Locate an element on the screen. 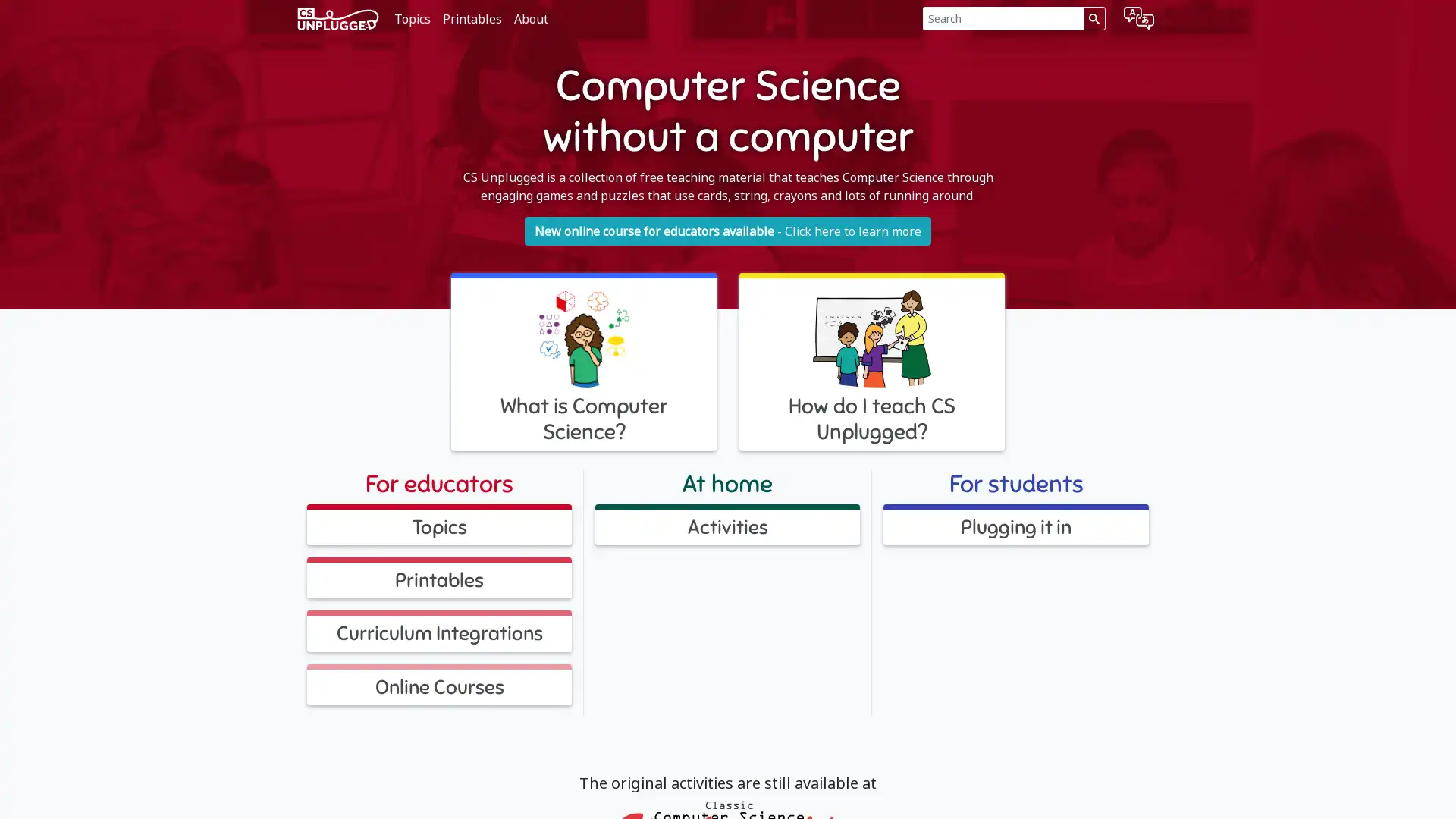 This screenshot has width=1456, height=819. New online course for educators available - Click here to learn more is located at coordinates (728, 231).